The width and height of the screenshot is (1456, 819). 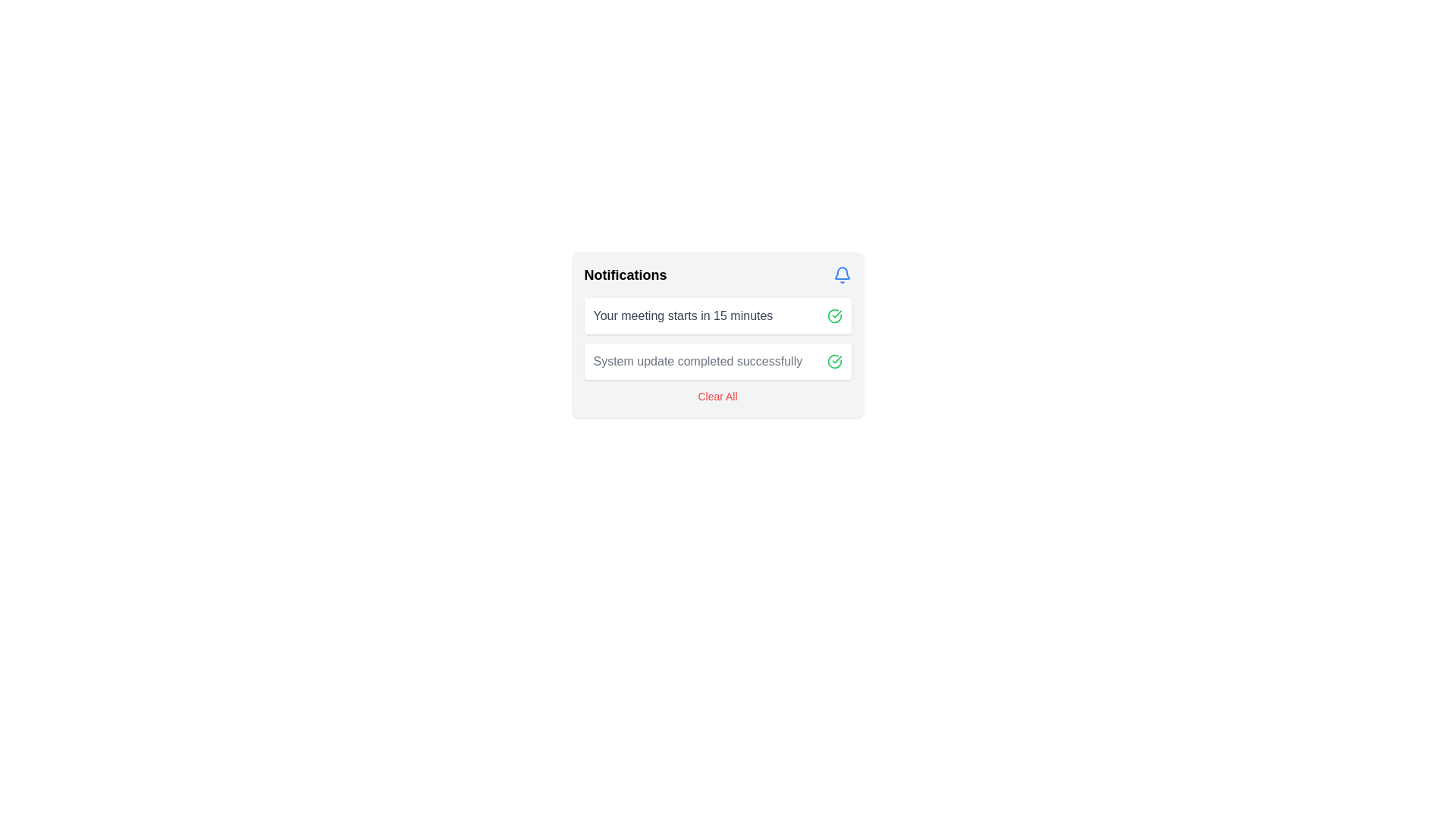 What do you see at coordinates (833, 315) in the screenshot?
I see `the status icon that indicates a successful action completion, located to the right of the notification message 'Your meeting starts in 15 minutes' in the top-right corner of the notification panel` at bounding box center [833, 315].